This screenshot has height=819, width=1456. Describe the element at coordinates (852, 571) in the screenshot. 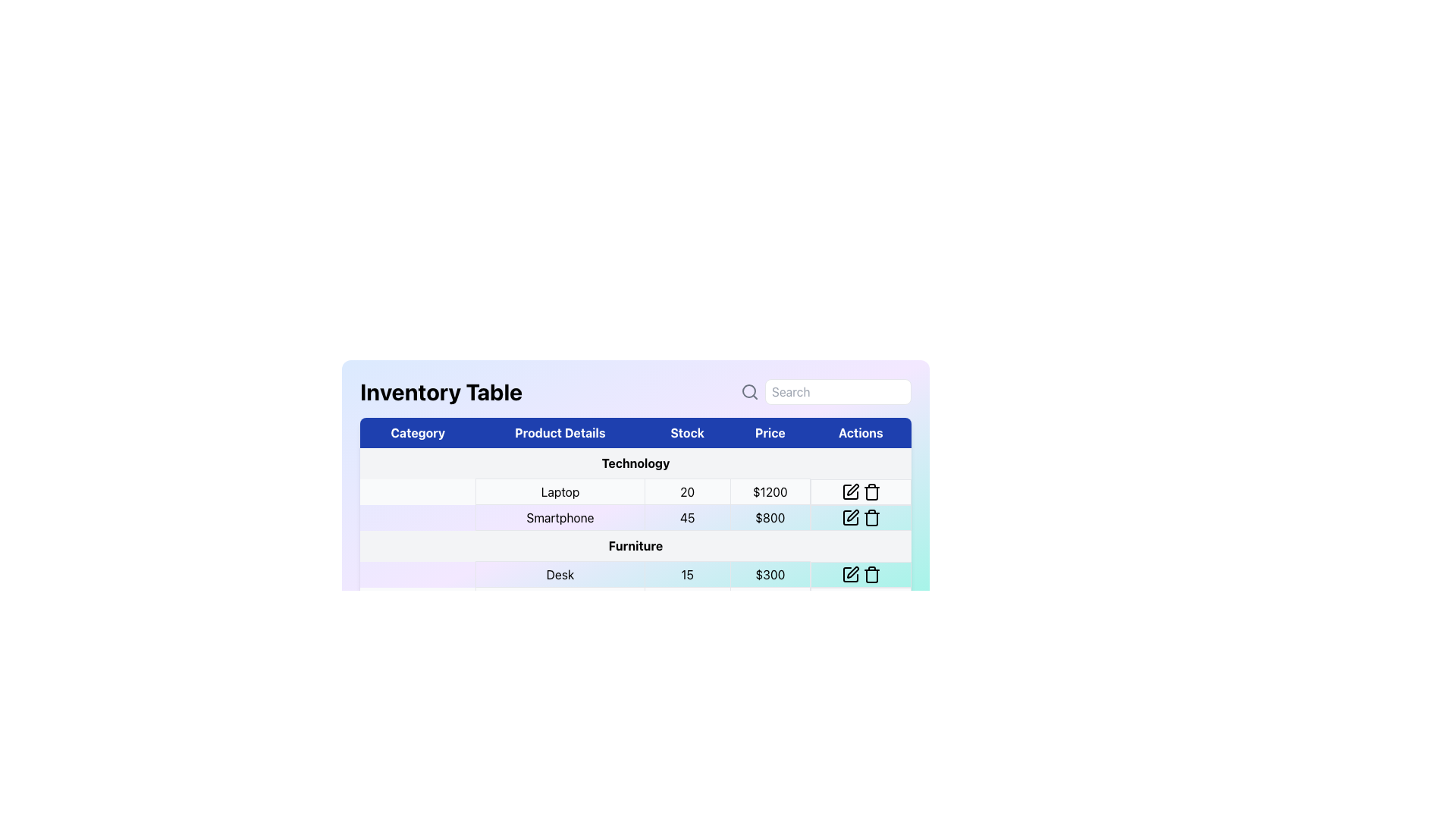

I see `the Edit button located in the Actions column of the last row in the table, corresponding to the Desk item under the Furniture category, to initiate editing functionality` at that location.